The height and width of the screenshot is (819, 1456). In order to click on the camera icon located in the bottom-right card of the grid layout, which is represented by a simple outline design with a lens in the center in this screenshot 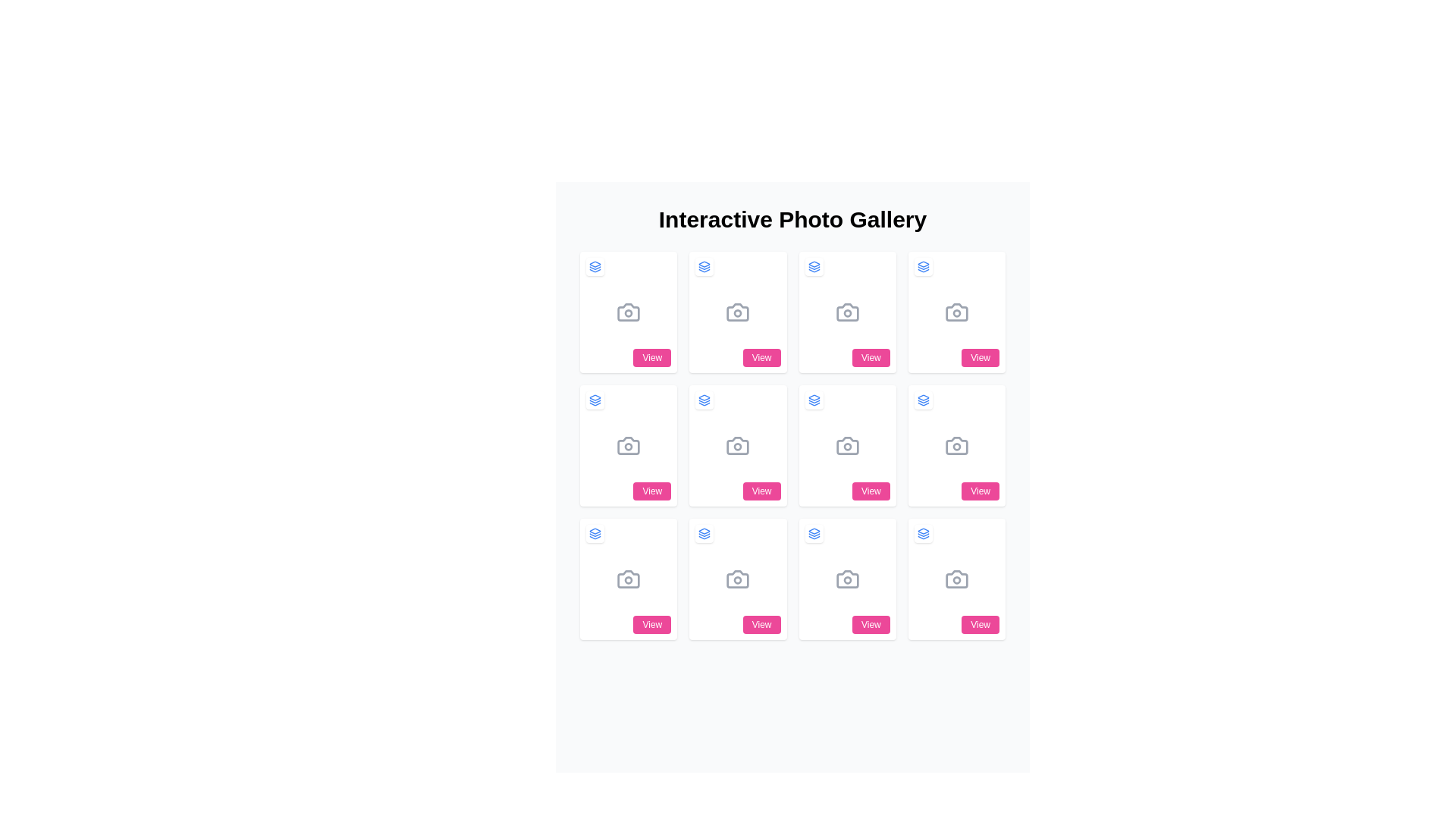, I will do `click(955, 579)`.